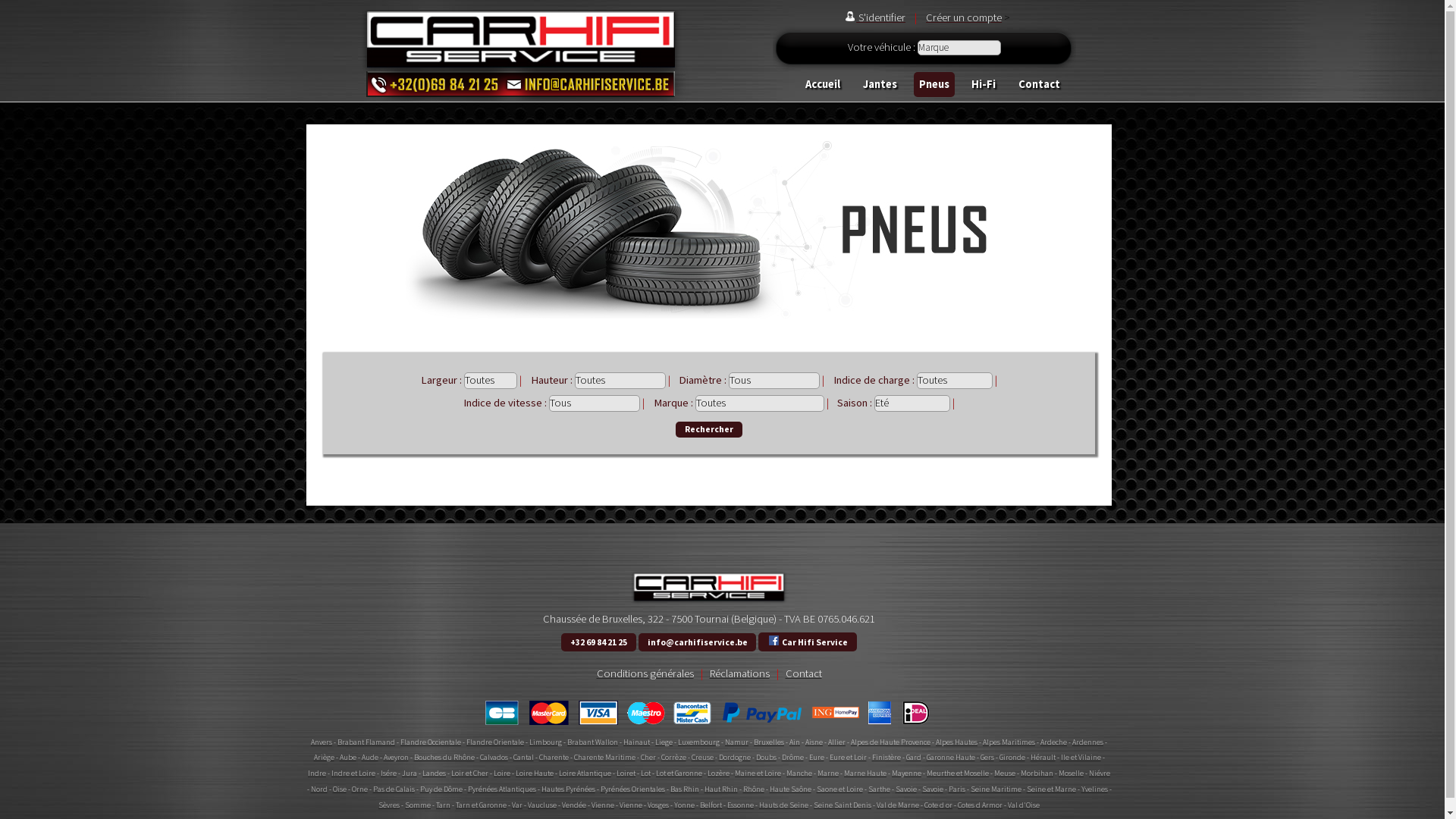 This screenshot has height=819, width=1456. What do you see at coordinates (710, 804) in the screenshot?
I see `'Belfort'` at bounding box center [710, 804].